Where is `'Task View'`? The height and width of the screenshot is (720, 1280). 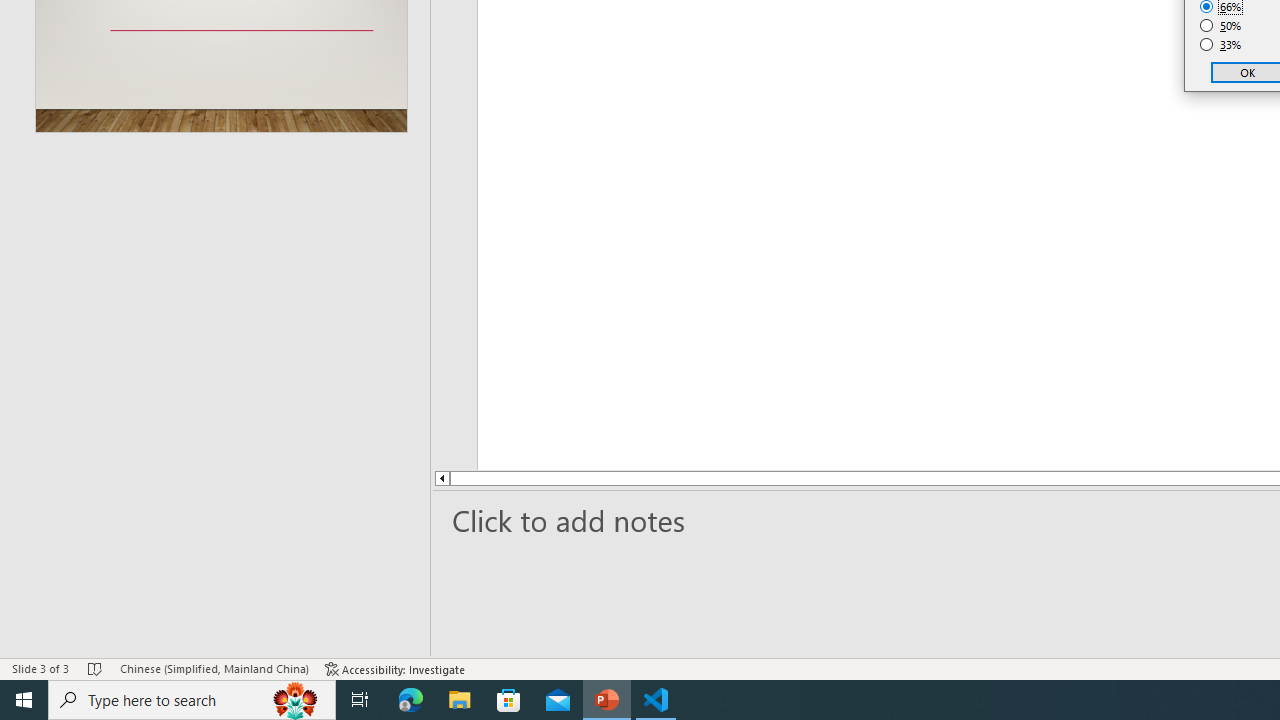
'Task View' is located at coordinates (359, 698).